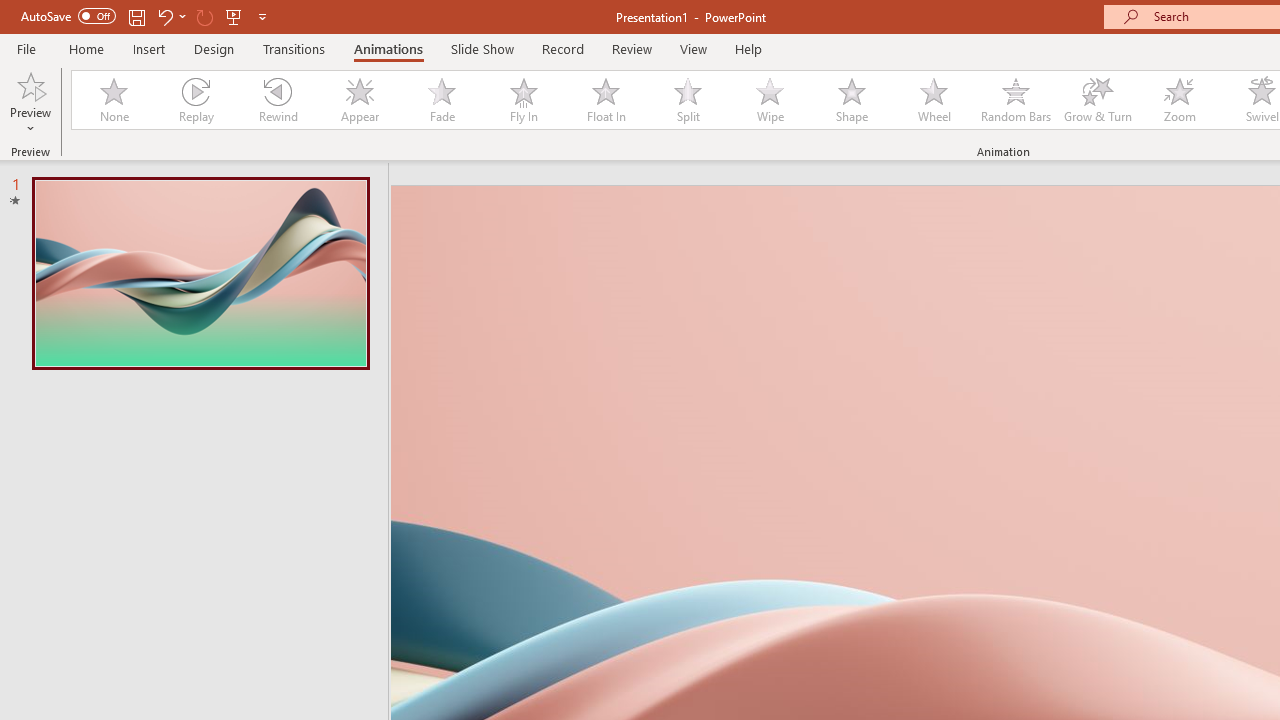 The width and height of the screenshot is (1280, 720). Describe the element at coordinates (688, 100) in the screenshot. I see `'Split'` at that location.